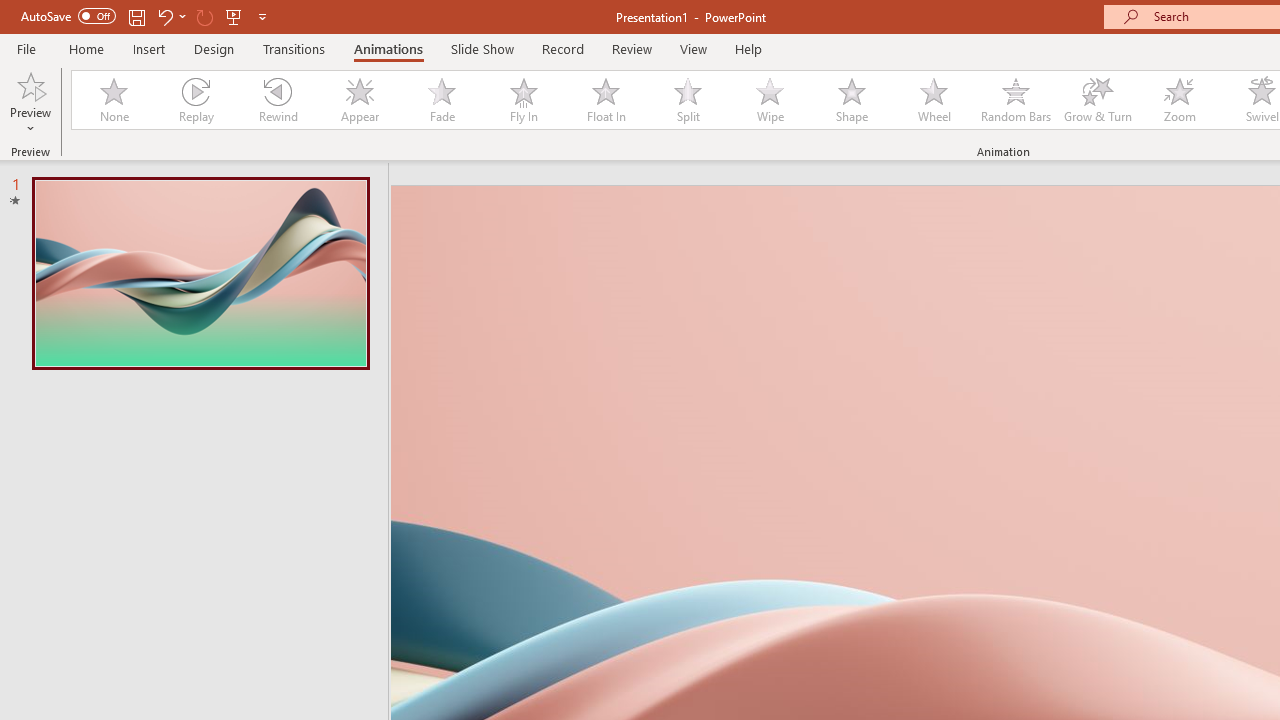 The width and height of the screenshot is (1280, 720). Describe the element at coordinates (688, 100) in the screenshot. I see `'Split'` at that location.